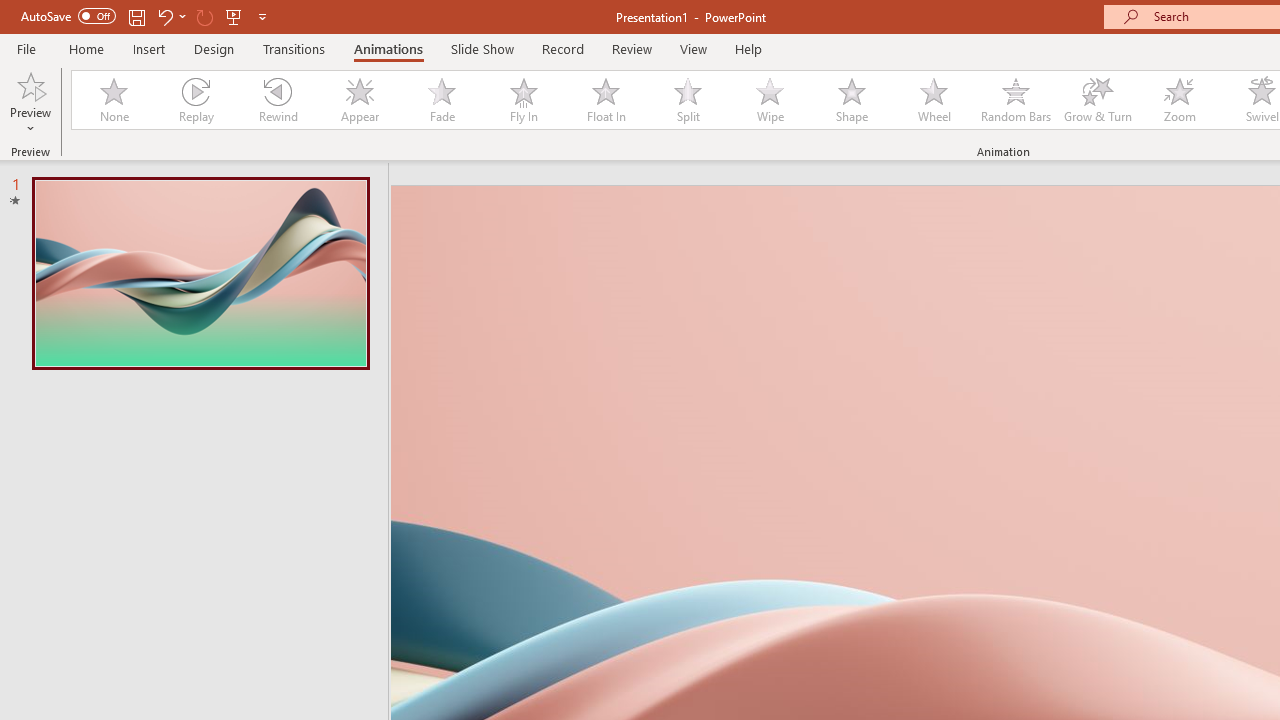 The width and height of the screenshot is (1280, 720). Describe the element at coordinates (688, 100) in the screenshot. I see `'Split'` at that location.